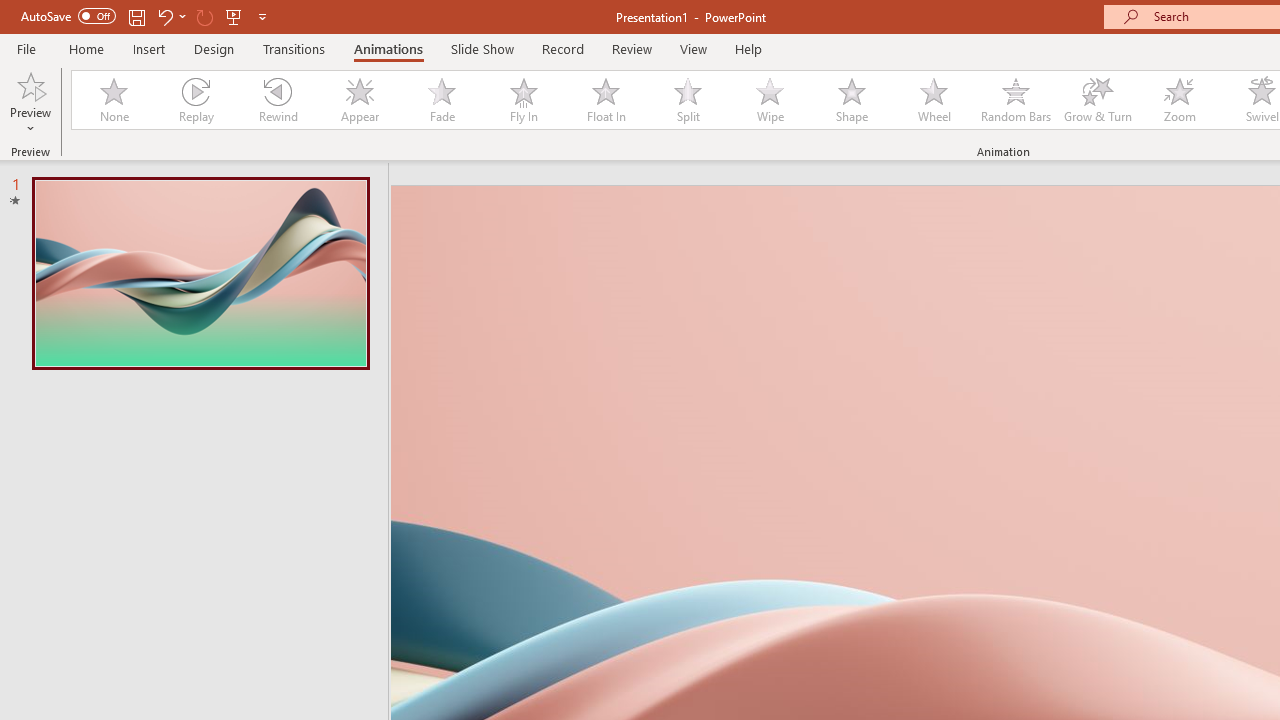 The width and height of the screenshot is (1280, 720). Describe the element at coordinates (688, 100) in the screenshot. I see `'Split'` at that location.